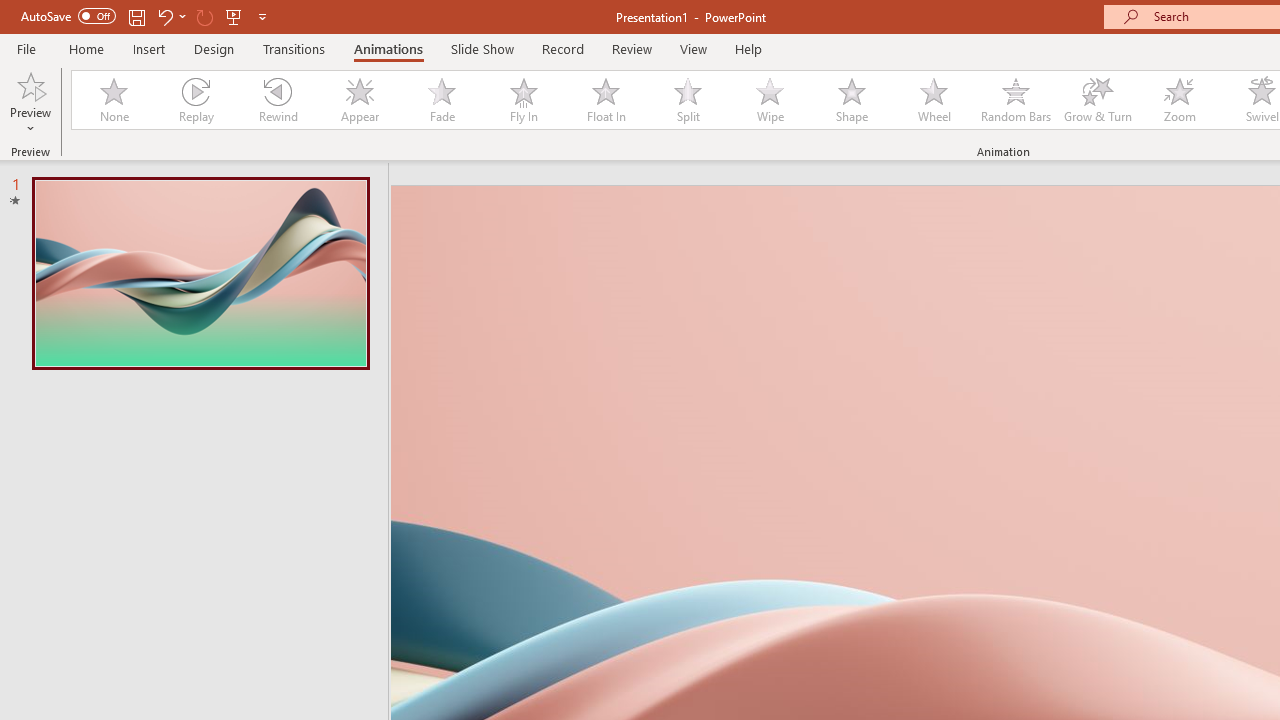 The width and height of the screenshot is (1280, 720). Describe the element at coordinates (688, 100) in the screenshot. I see `'Split'` at that location.